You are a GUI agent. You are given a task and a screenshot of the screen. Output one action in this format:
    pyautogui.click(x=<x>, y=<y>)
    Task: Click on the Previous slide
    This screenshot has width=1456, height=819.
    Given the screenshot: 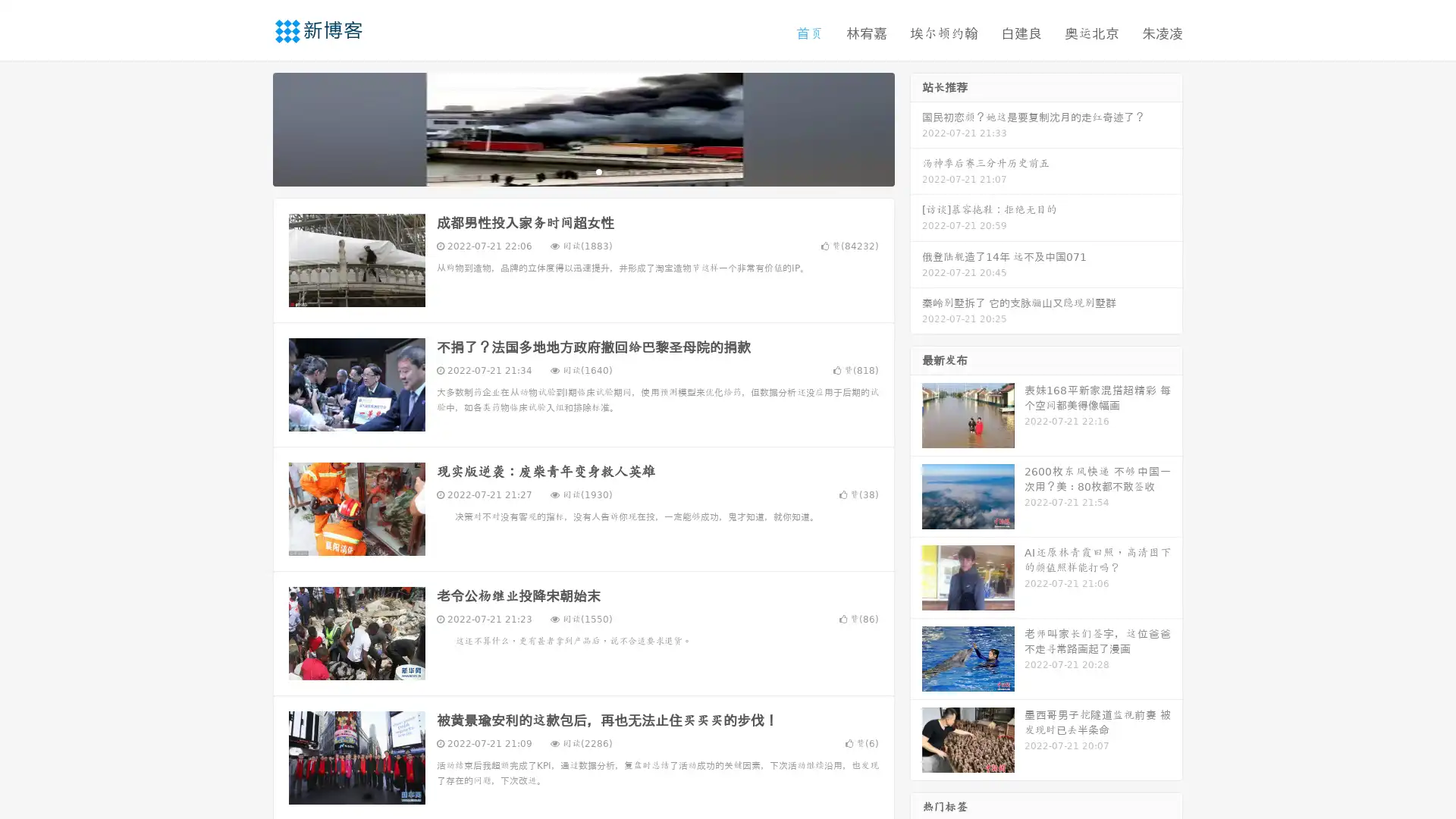 What is the action you would take?
    pyautogui.click(x=250, y=127)
    